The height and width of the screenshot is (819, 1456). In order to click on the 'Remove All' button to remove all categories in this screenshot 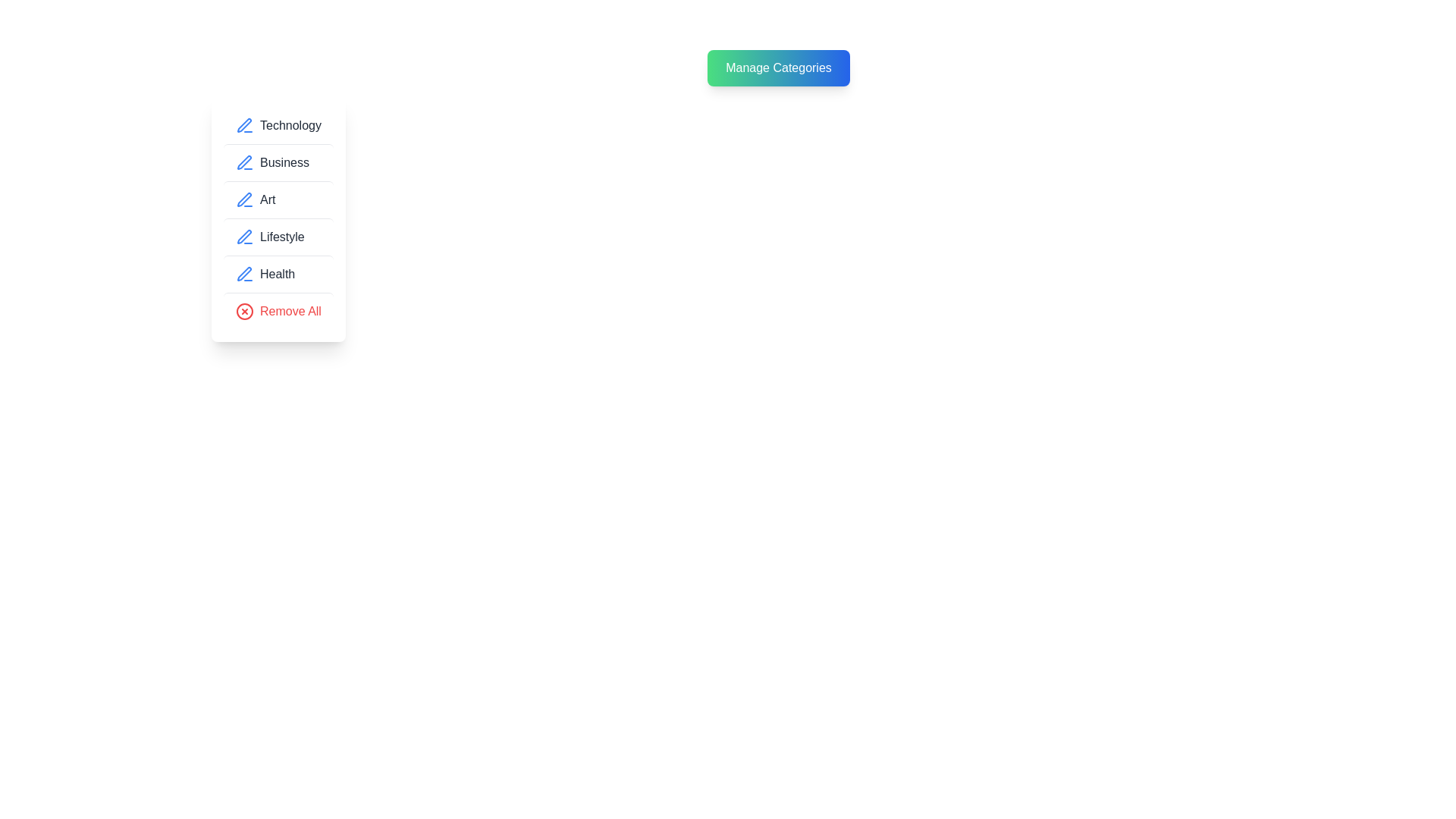, I will do `click(278, 309)`.